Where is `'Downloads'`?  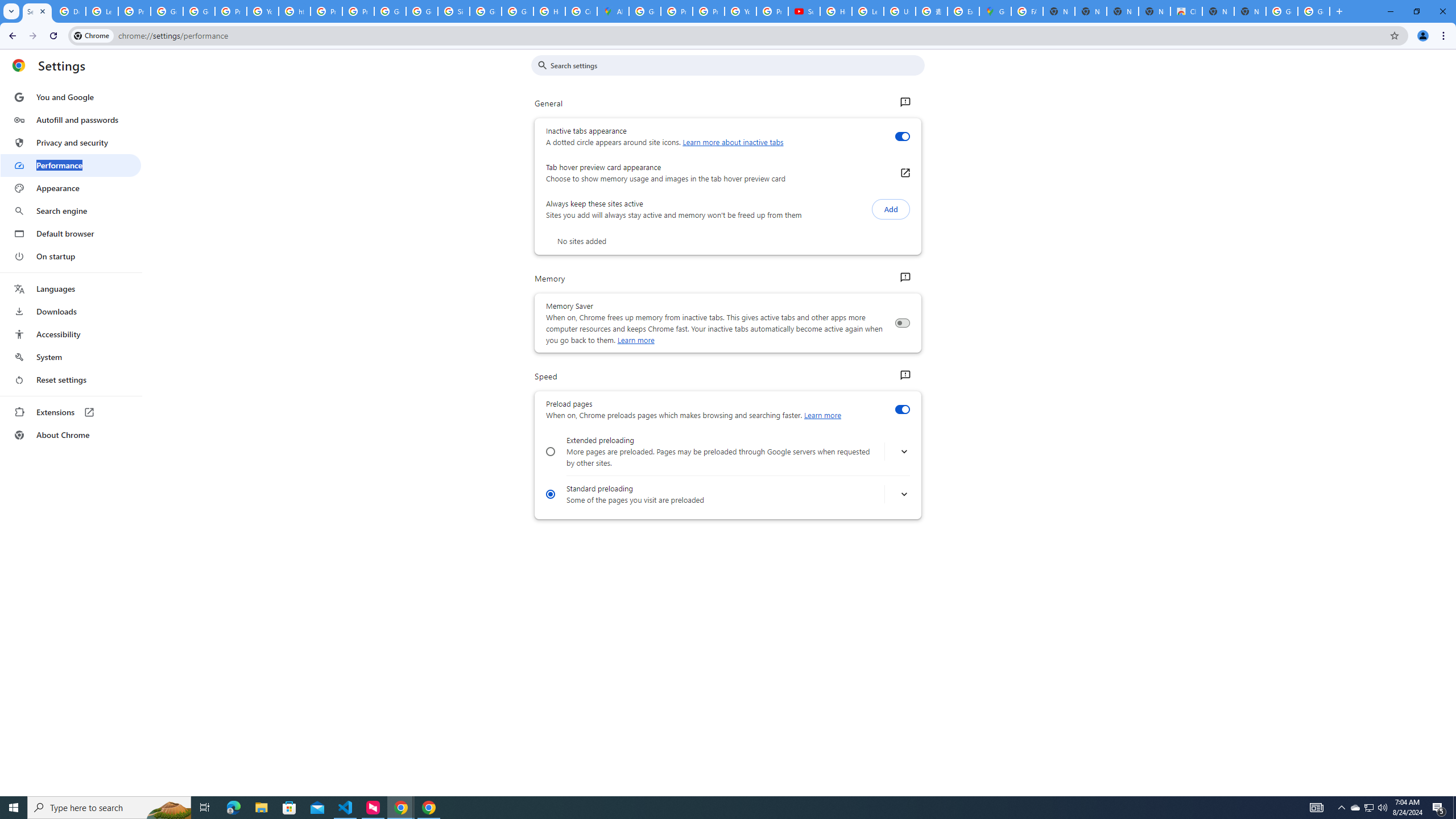
'Downloads' is located at coordinates (70, 311).